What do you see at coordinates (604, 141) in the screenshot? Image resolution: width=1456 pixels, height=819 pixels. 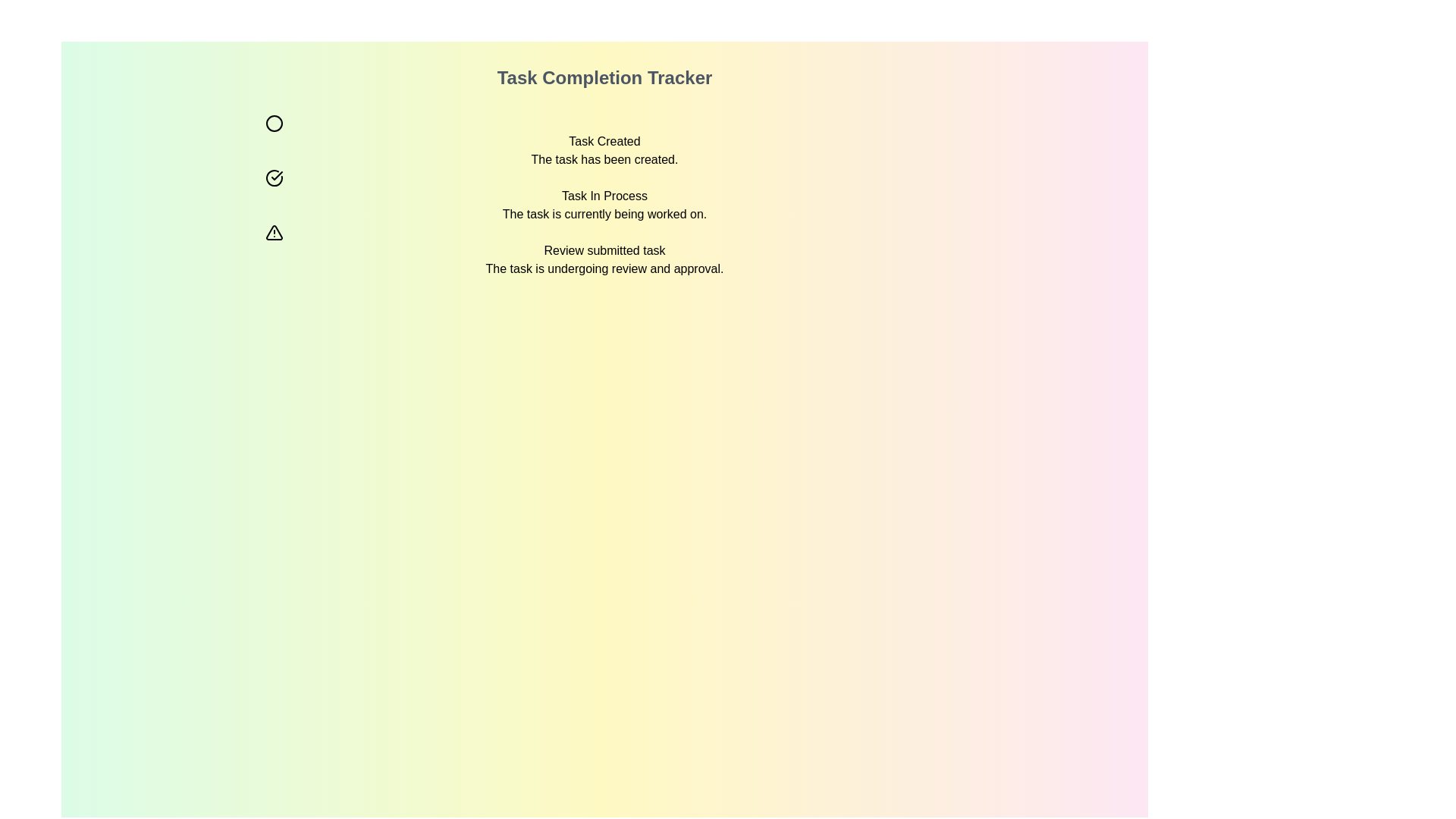 I see `the 'Task Created' text block with the accompanying icon` at bounding box center [604, 141].